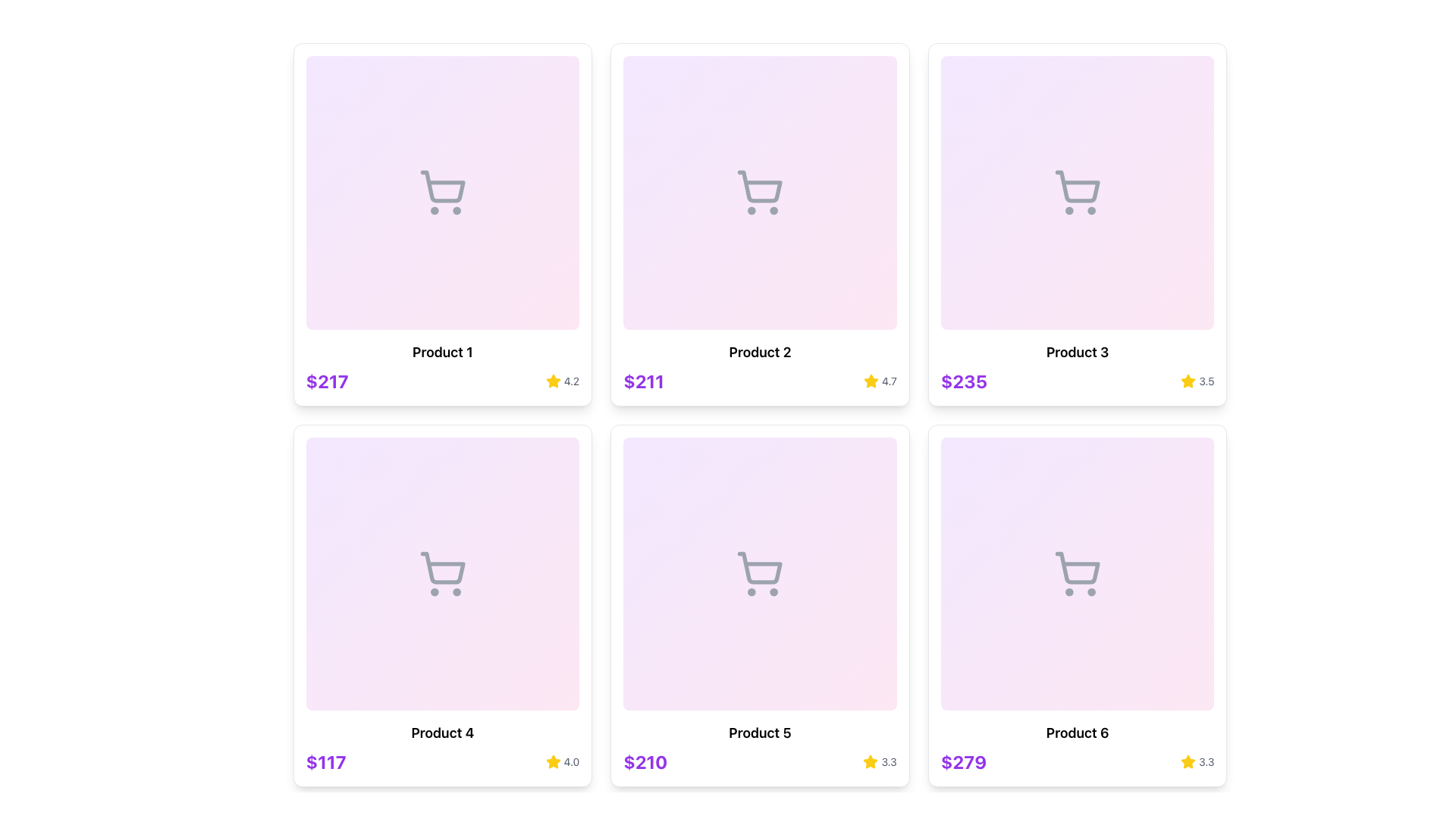 This screenshot has width=1456, height=819. Describe the element at coordinates (644, 380) in the screenshot. I see `bold purple text labeled '$211' displayed in the bottom section of the product information card for 'Product 2' in the second column of the first row` at that location.